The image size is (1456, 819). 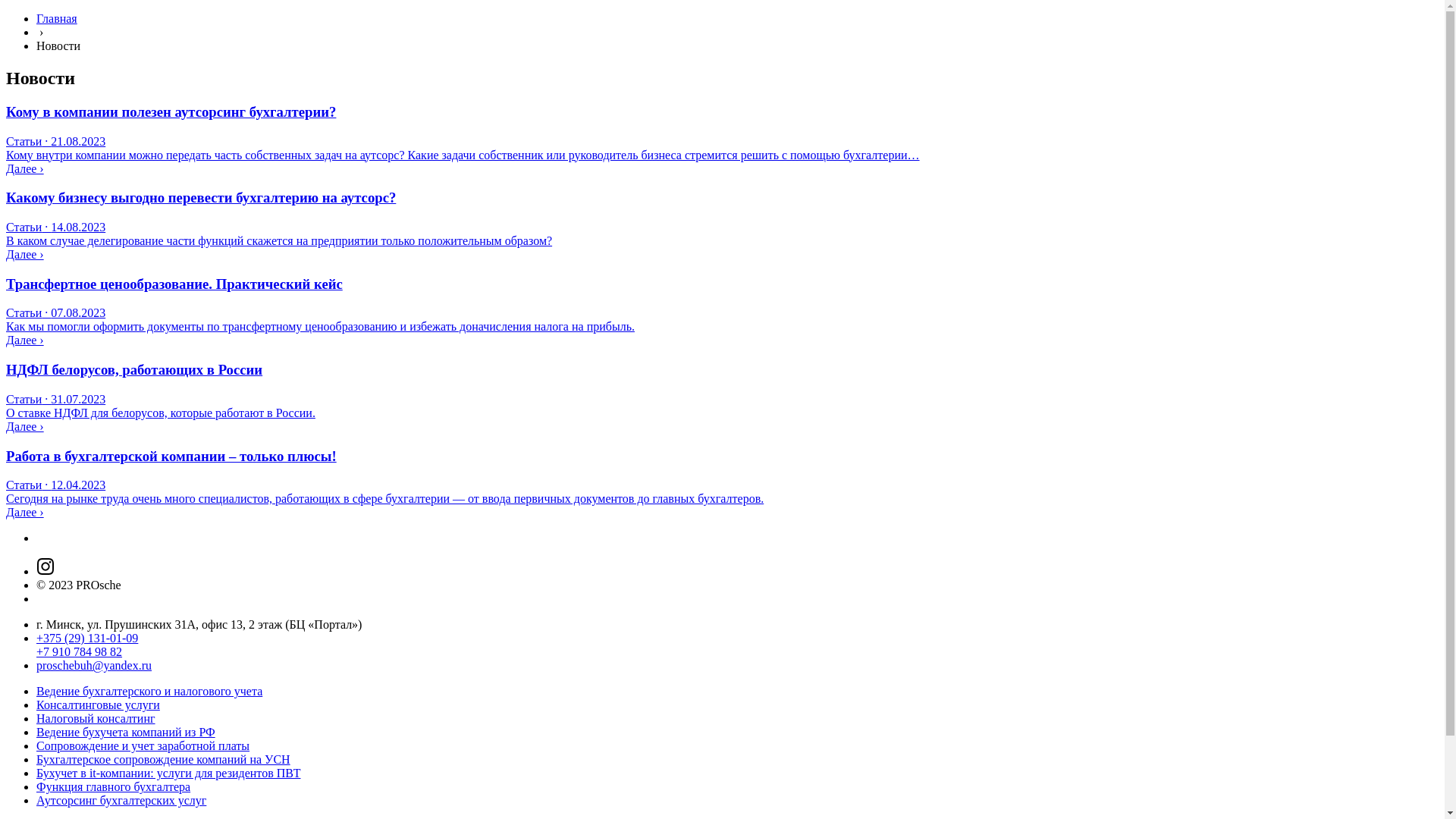 What do you see at coordinates (86, 638) in the screenshot?
I see `'+375 (29) 131-01-09'` at bounding box center [86, 638].